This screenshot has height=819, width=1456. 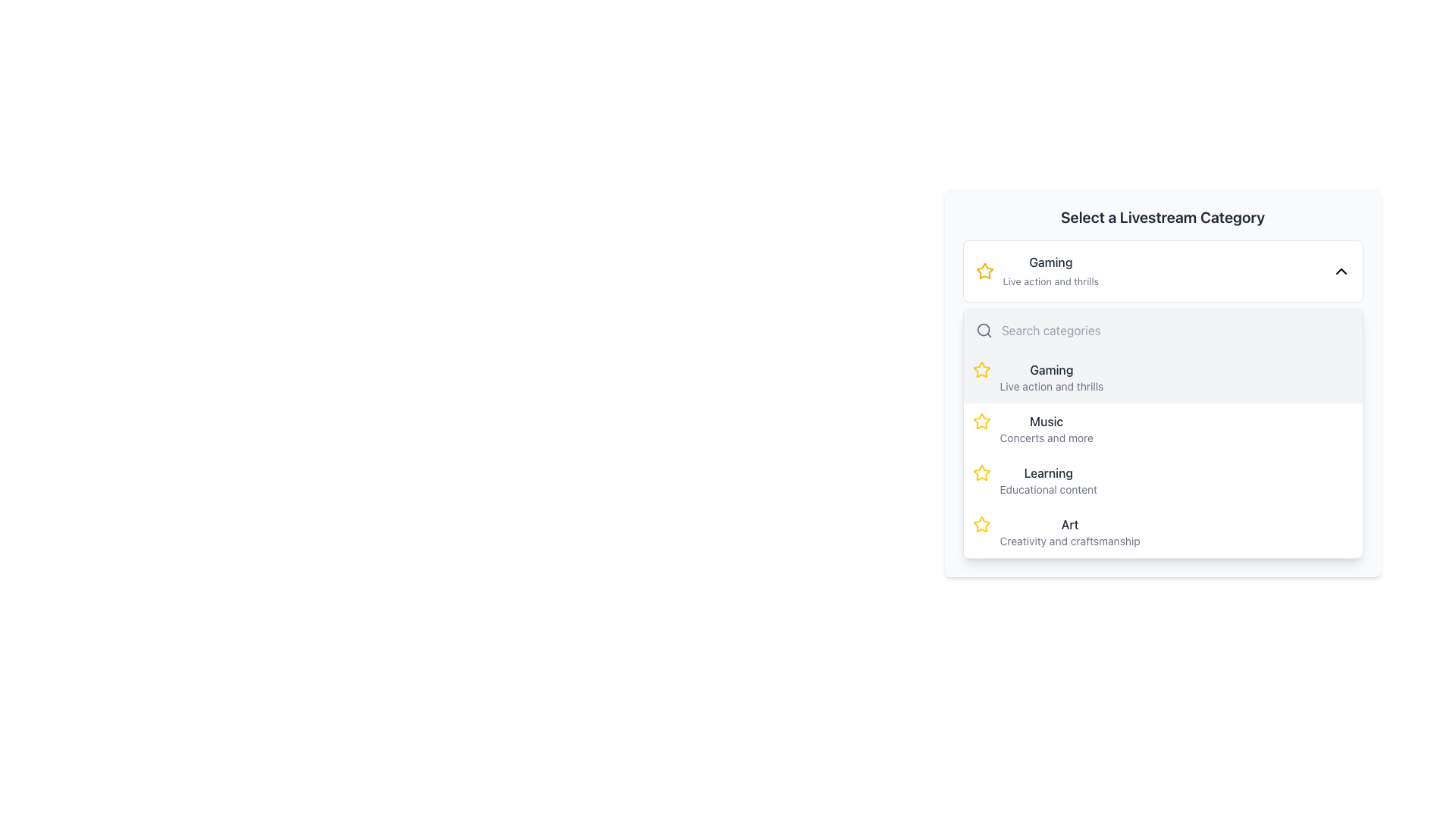 What do you see at coordinates (981, 369) in the screenshot?
I see `the Icon located in the dropdown menu under the 'Gaming' category, which indicates that its associated item is selectable, highlighted, or categorically important` at bounding box center [981, 369].